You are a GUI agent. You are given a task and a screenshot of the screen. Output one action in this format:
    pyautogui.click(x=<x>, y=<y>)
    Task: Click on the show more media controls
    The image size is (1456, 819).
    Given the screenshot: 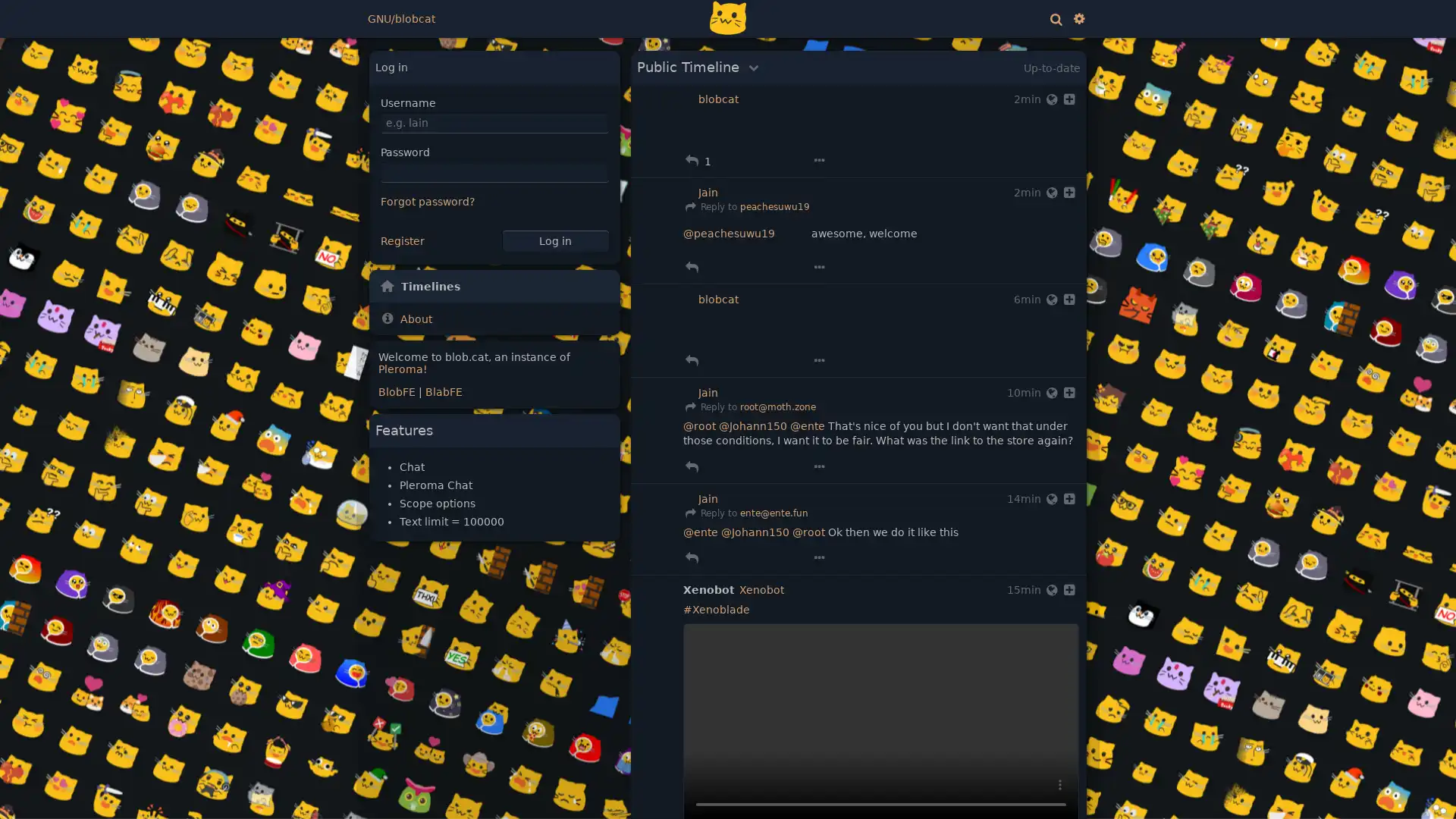 What is the action you would take?
    pyautogui.click(x=1058, y=783)
    